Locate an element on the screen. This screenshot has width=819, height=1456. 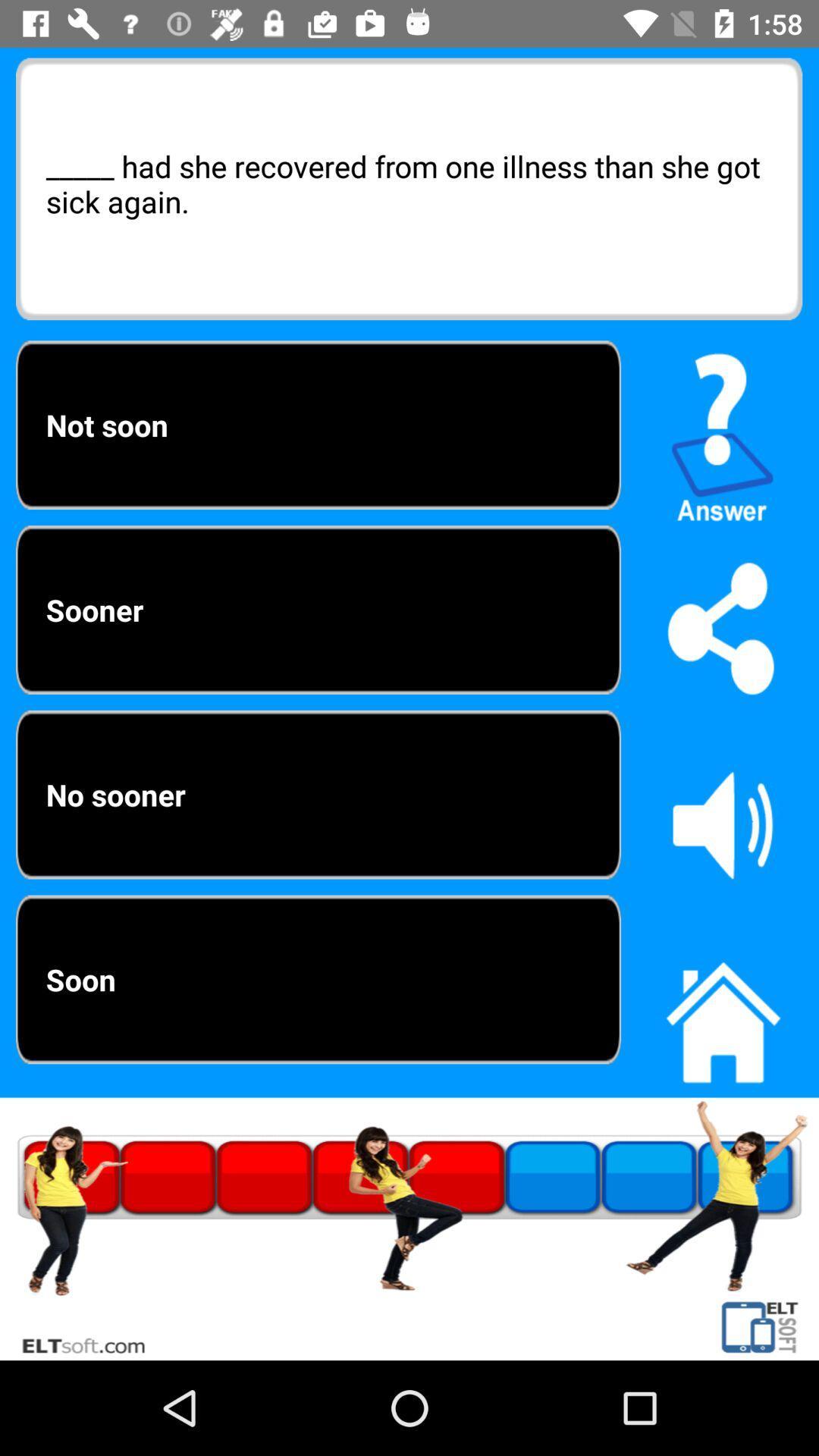
icon at the bottom right corner is located at coordinates (722, 1014).